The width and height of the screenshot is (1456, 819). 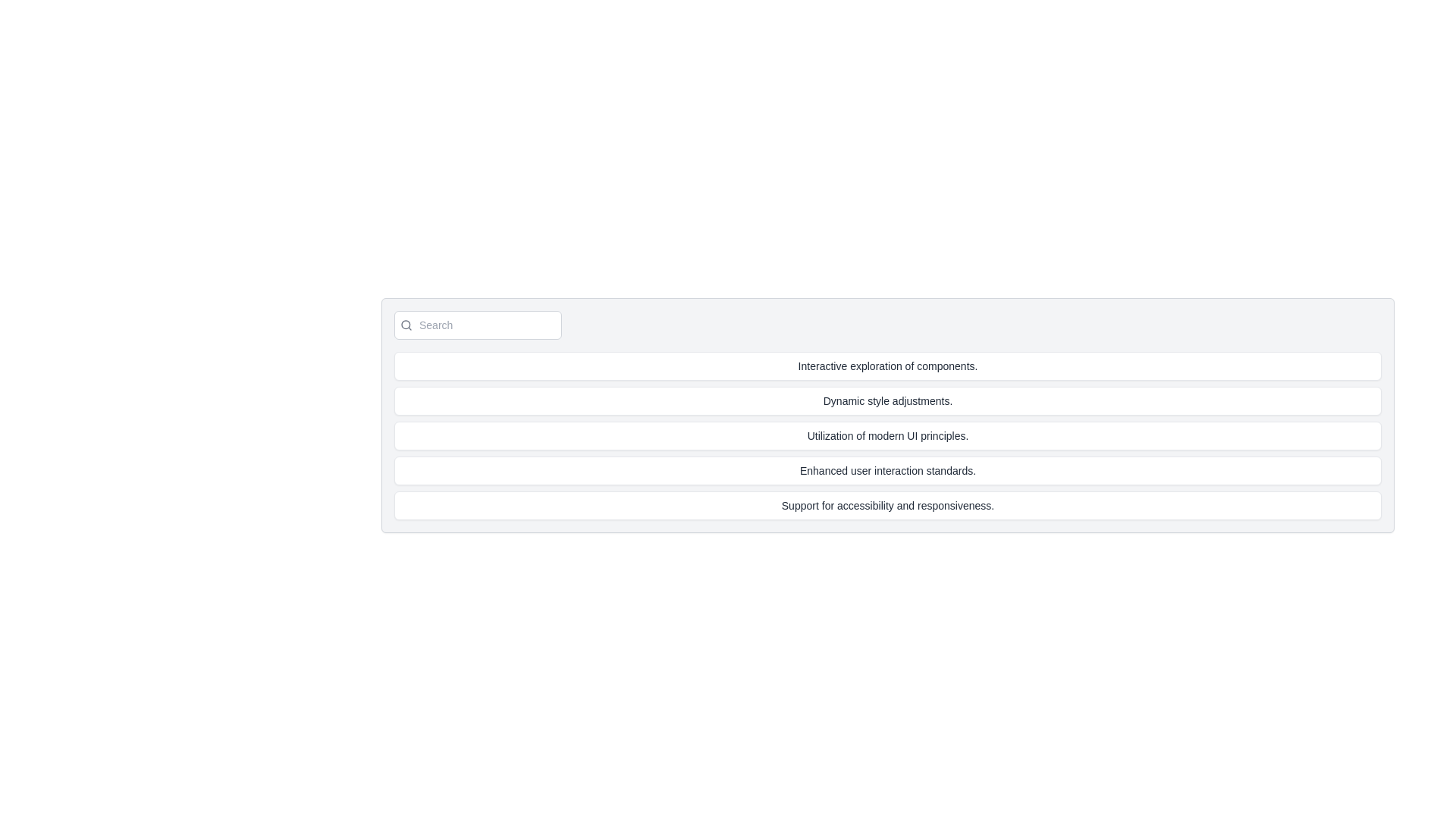 What do you see at coordinates (826, 400) in the screenshot?
I see `the letter 'D' at the start of the sentence 'Dynamic style adjustments.' for reading` at bounding box center [826, 400].